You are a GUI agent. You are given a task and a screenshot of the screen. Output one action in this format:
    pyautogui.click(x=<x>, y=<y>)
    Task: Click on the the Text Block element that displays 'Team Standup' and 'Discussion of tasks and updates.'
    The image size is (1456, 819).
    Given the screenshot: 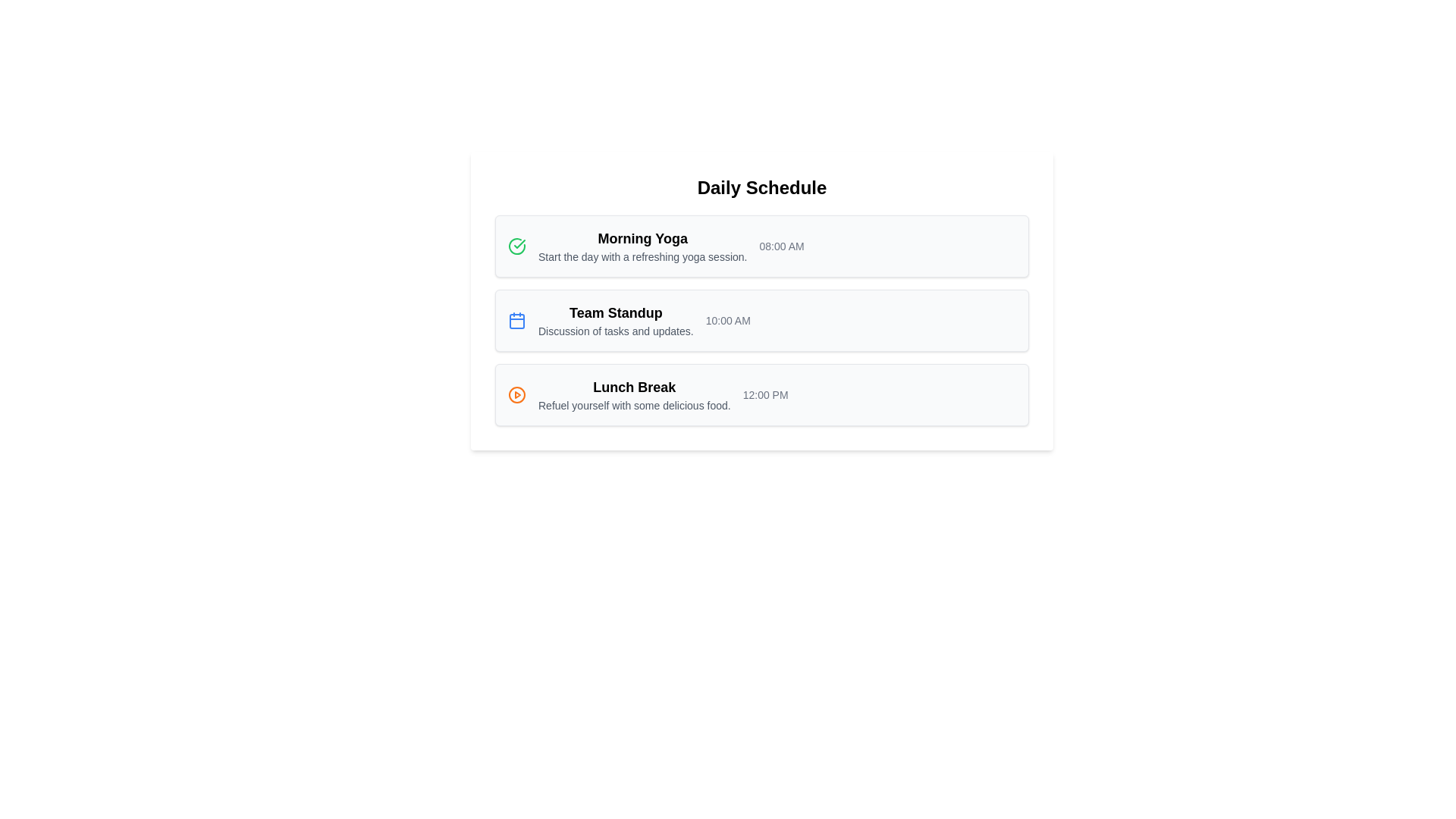 What is the action you would take?
    pyautogui.click(x=616, y=320)
    